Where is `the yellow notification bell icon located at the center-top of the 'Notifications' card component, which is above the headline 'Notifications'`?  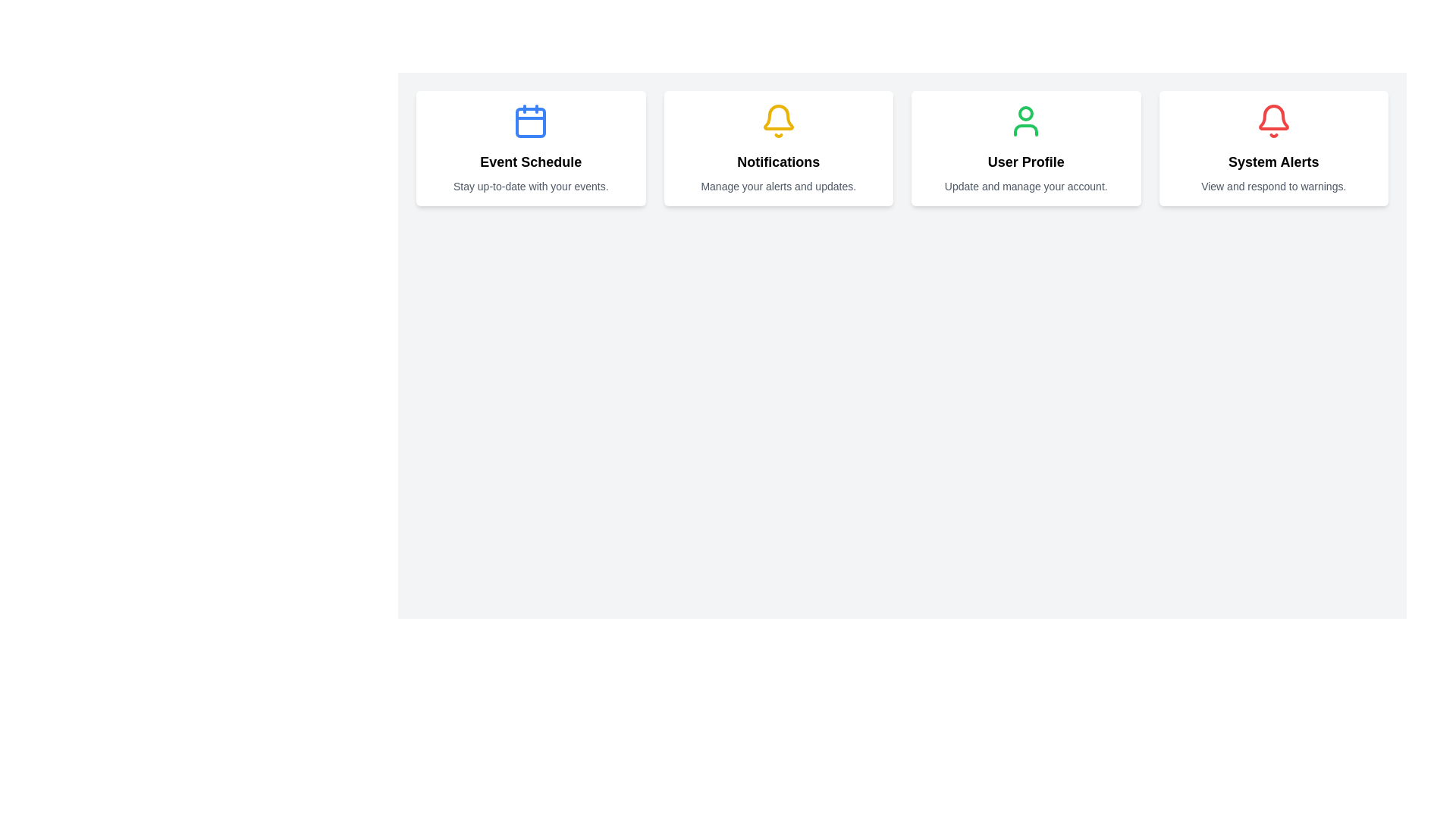
the yellow notification bell icon located at the center-top of the 'Notifications' card component, which is above the headline 'Notifications' is located at coordinates (778, 120).